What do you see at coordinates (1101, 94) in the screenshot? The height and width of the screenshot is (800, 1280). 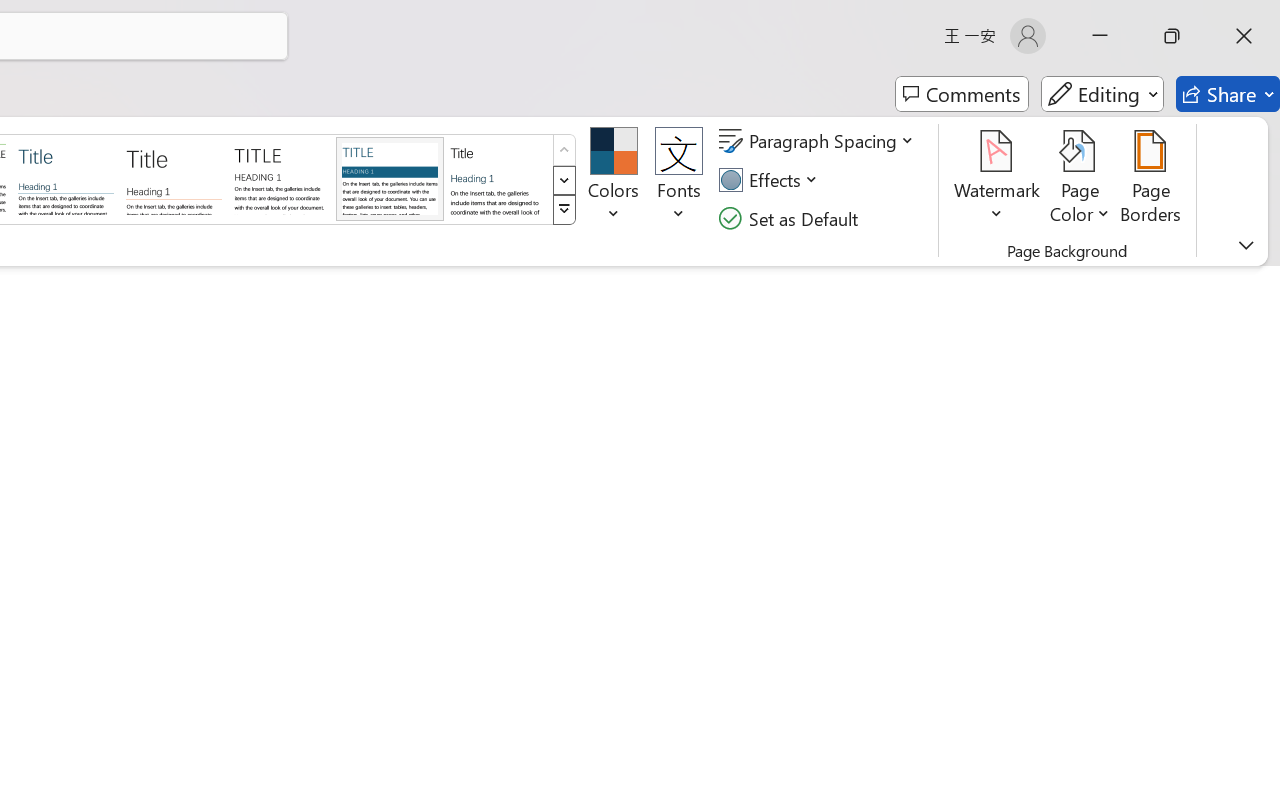 I see `'Editing'` at bounding box center [1101, 94].